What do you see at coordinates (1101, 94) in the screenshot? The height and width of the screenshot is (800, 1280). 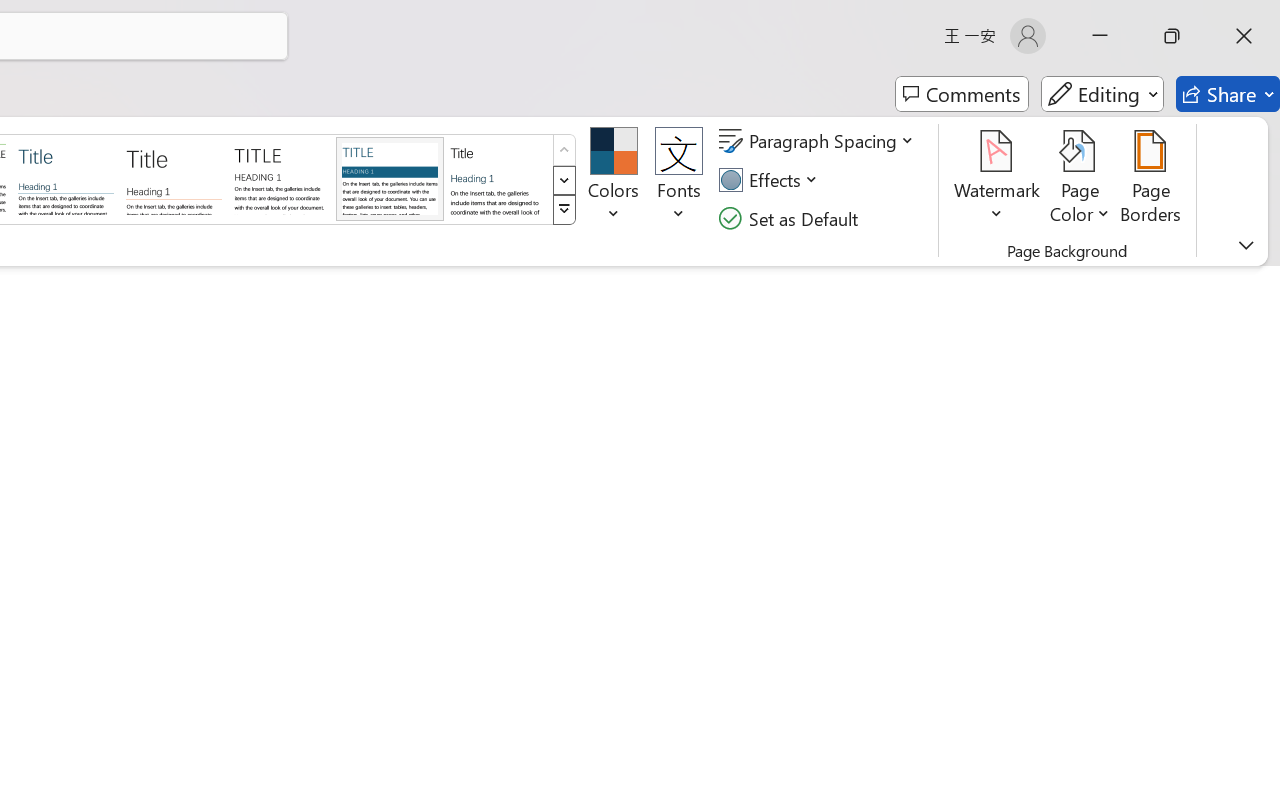 I see `'Editing'` at bounding box center [1101, 94].